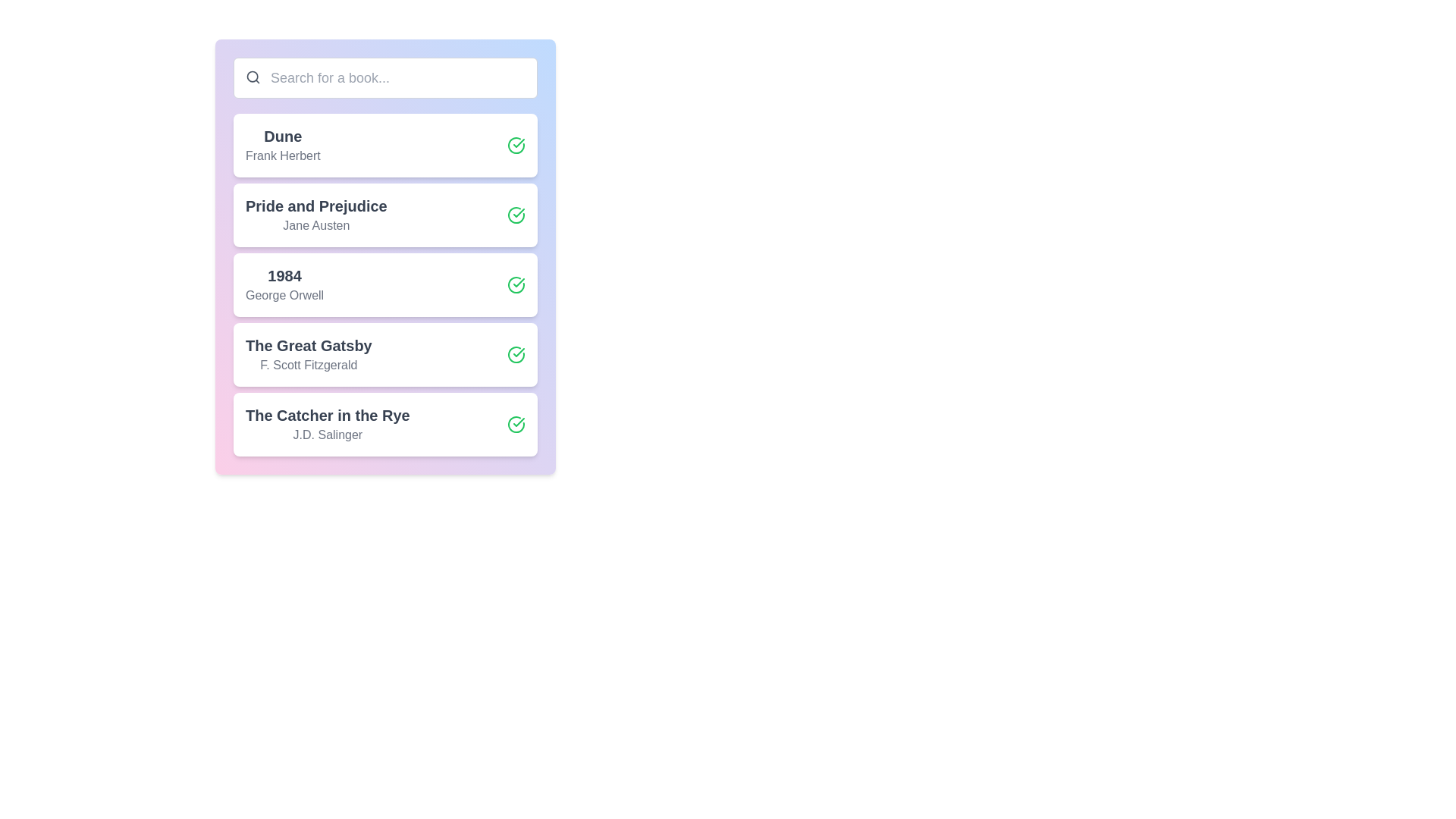  Describe the element at coordinates (315, 215) in the screenshot. I see `the text label displaying 'Pride and Prejudice' by Jane Austen` at that location.